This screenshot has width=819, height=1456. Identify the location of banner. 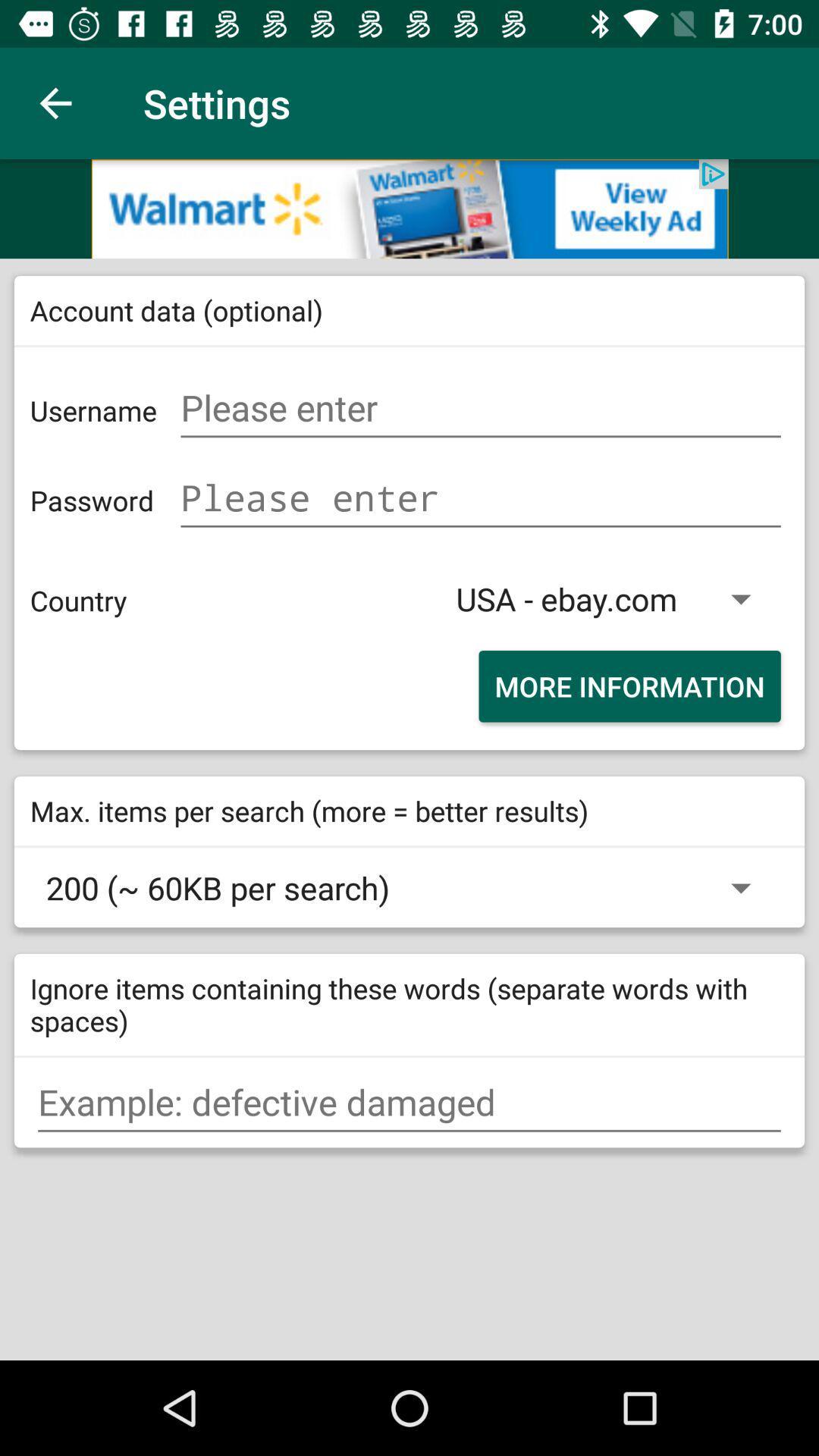
(409, 208).